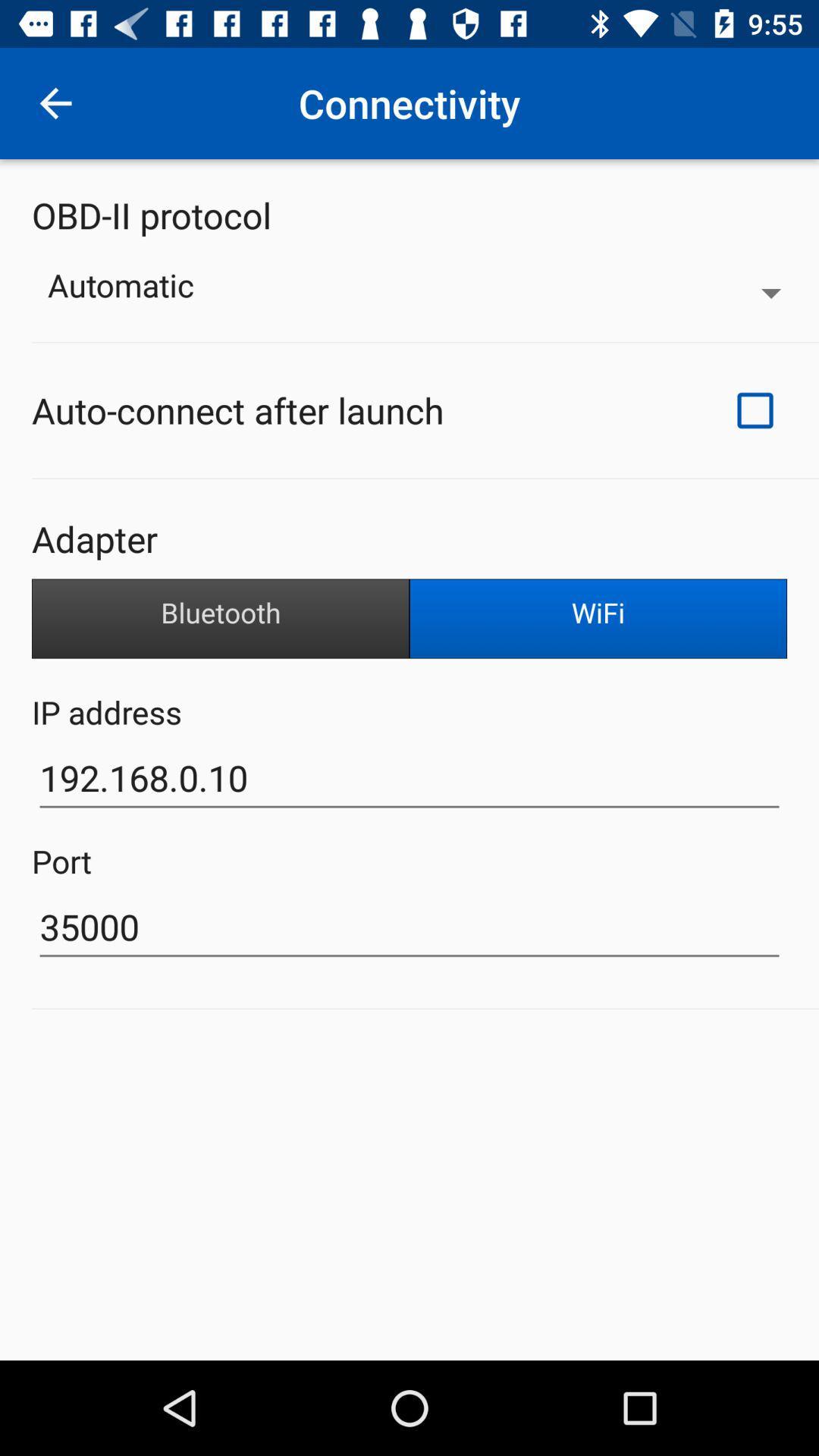 This screenshot has width=819, height=1456. Describe the element at coordinates (220, 619) in the screenshot. I see `icon above the ip address` at that location.